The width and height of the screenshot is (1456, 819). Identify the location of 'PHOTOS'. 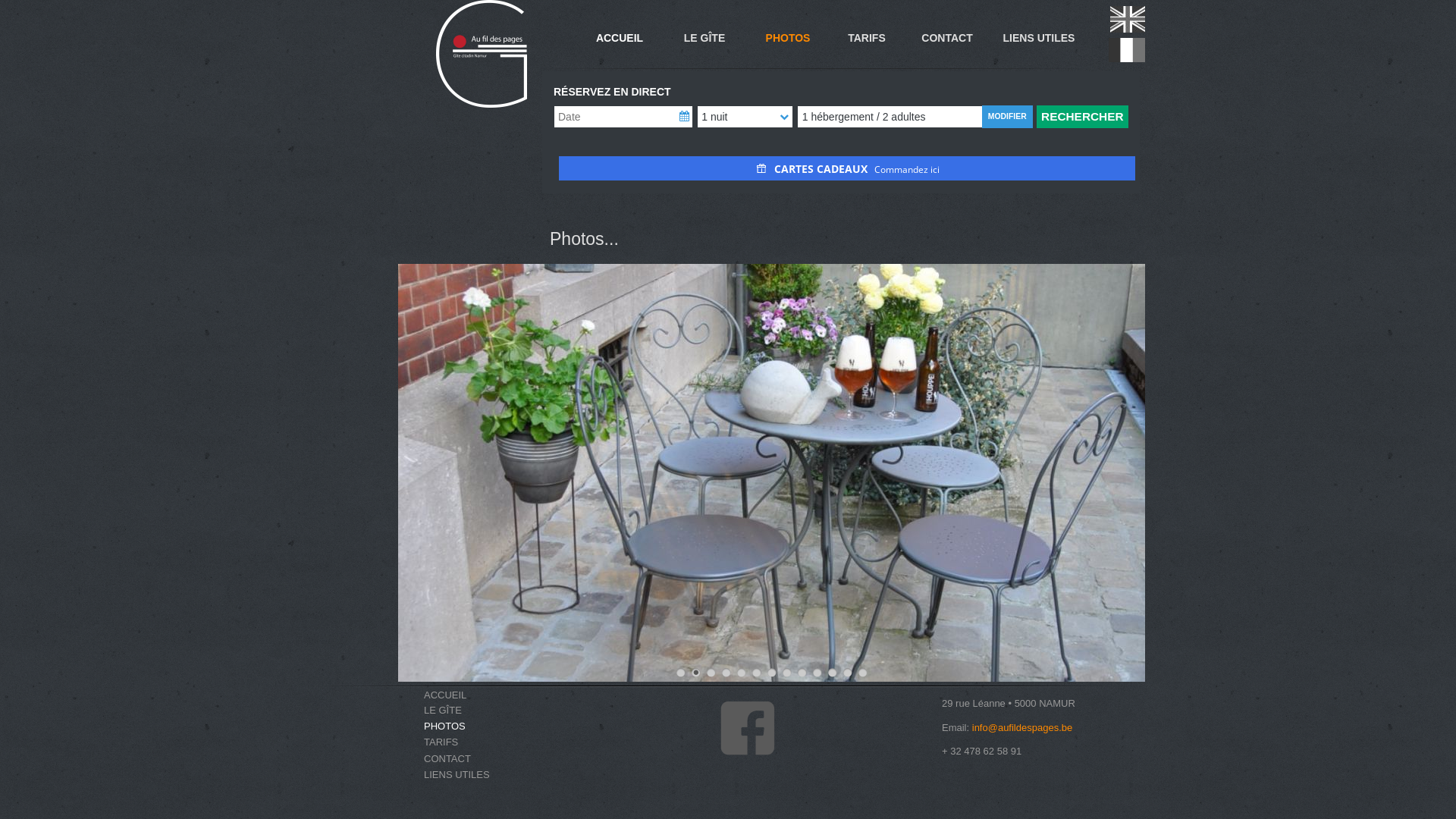
(472, 724).